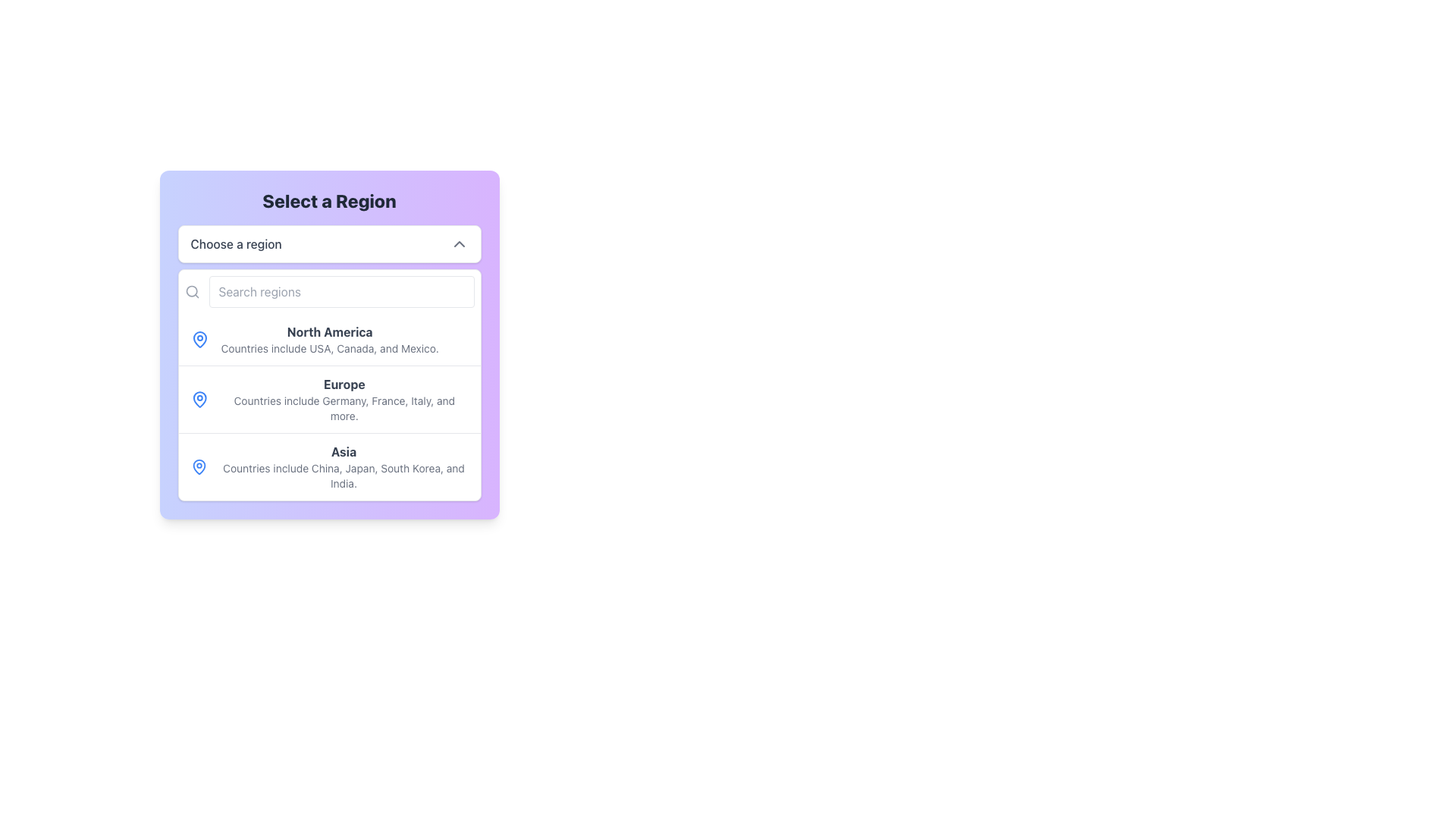  I want to click on the downward-facing chevron icon, which serves as a dropdown indicator in the 'Choose a region' section, so click(458, 243).